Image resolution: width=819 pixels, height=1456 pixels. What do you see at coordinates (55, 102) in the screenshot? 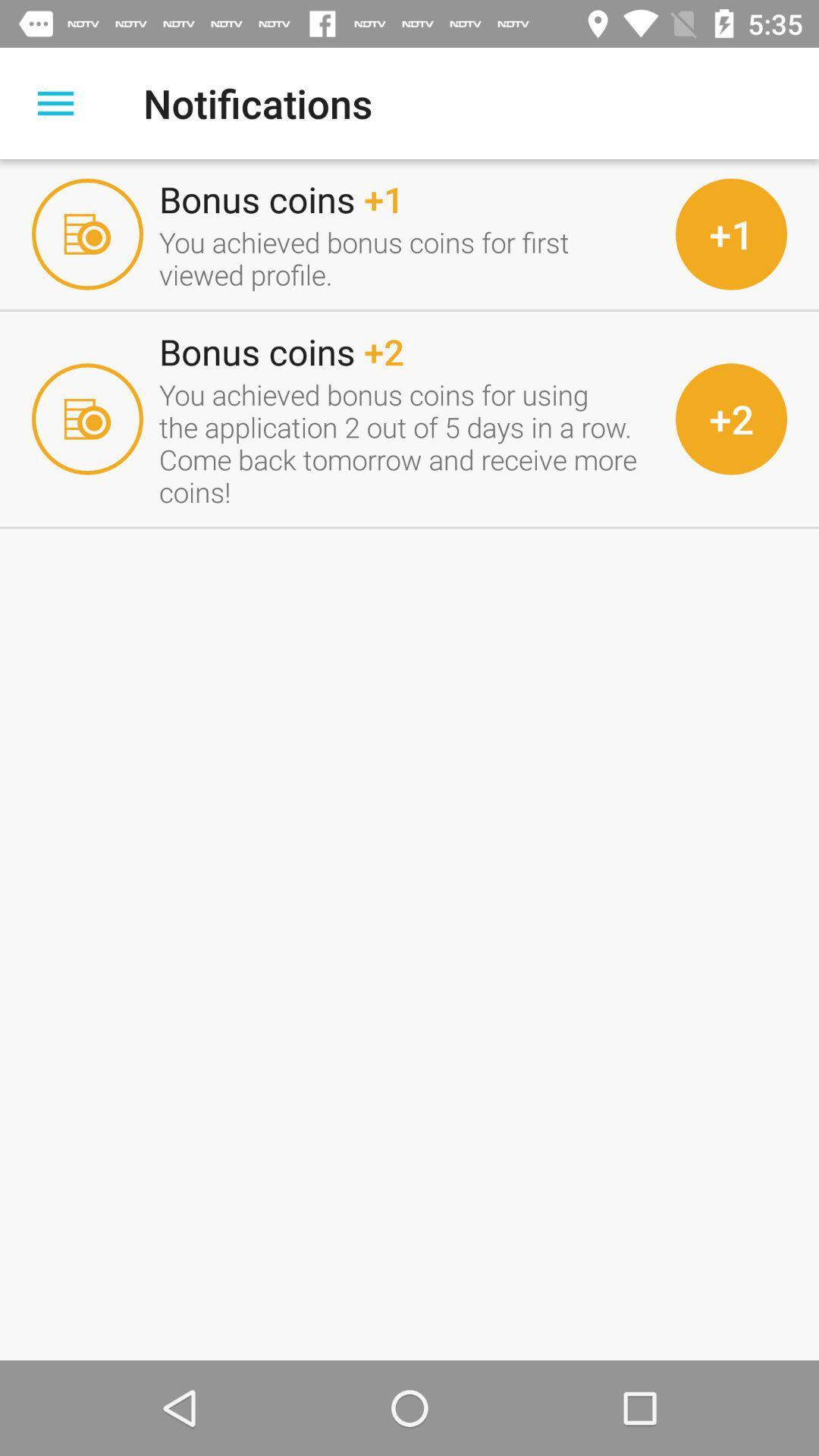
I see `the icon to the left of notifications` at bounding box center [55, 102].